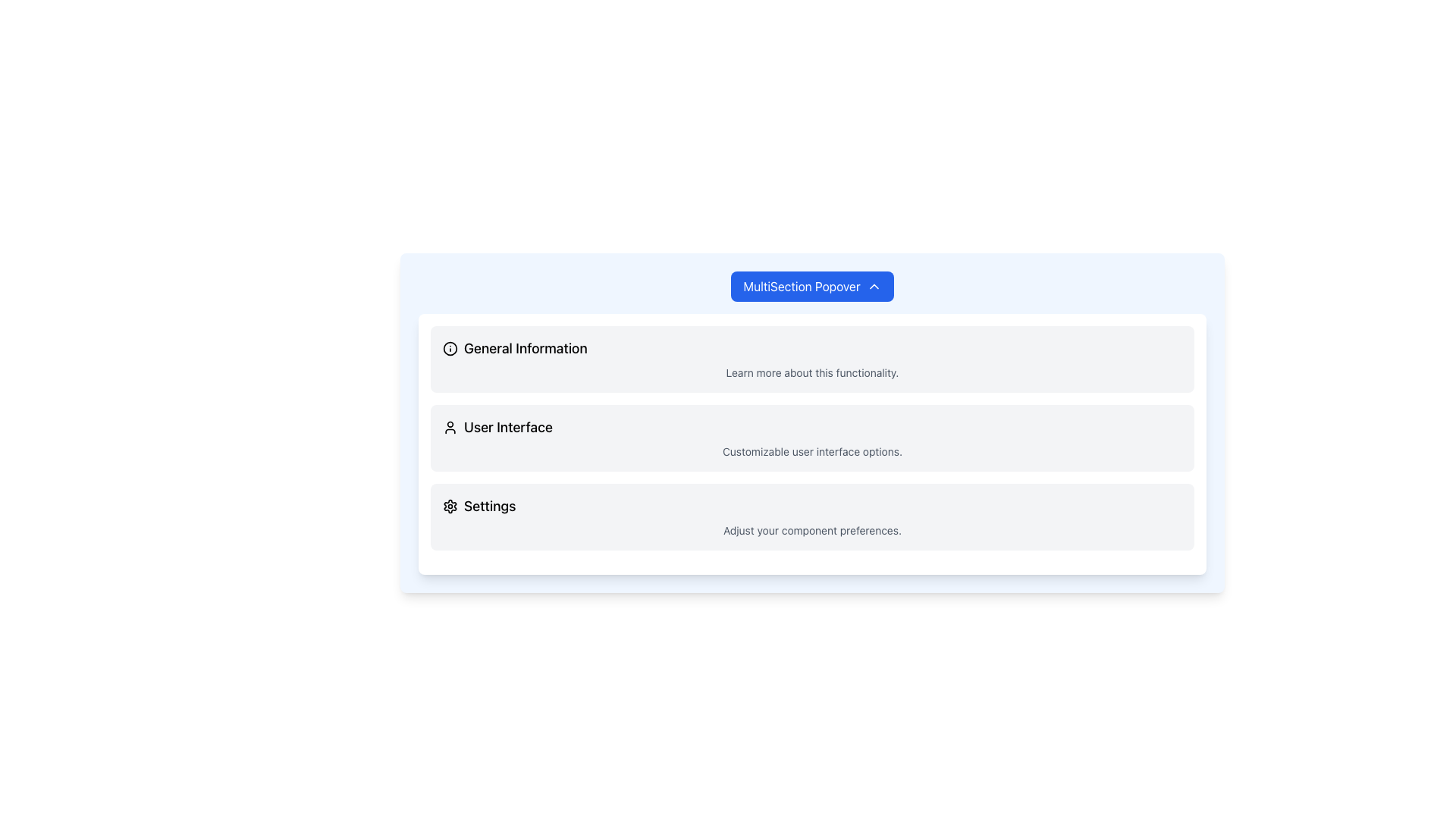  What do you see at coordinates (450, 348) in the screenshot?
I see `the information icon that precedes the 'General Information' text in the first section of the list, which serves as an indicator for introductory content` at bounding box center [450, 348].